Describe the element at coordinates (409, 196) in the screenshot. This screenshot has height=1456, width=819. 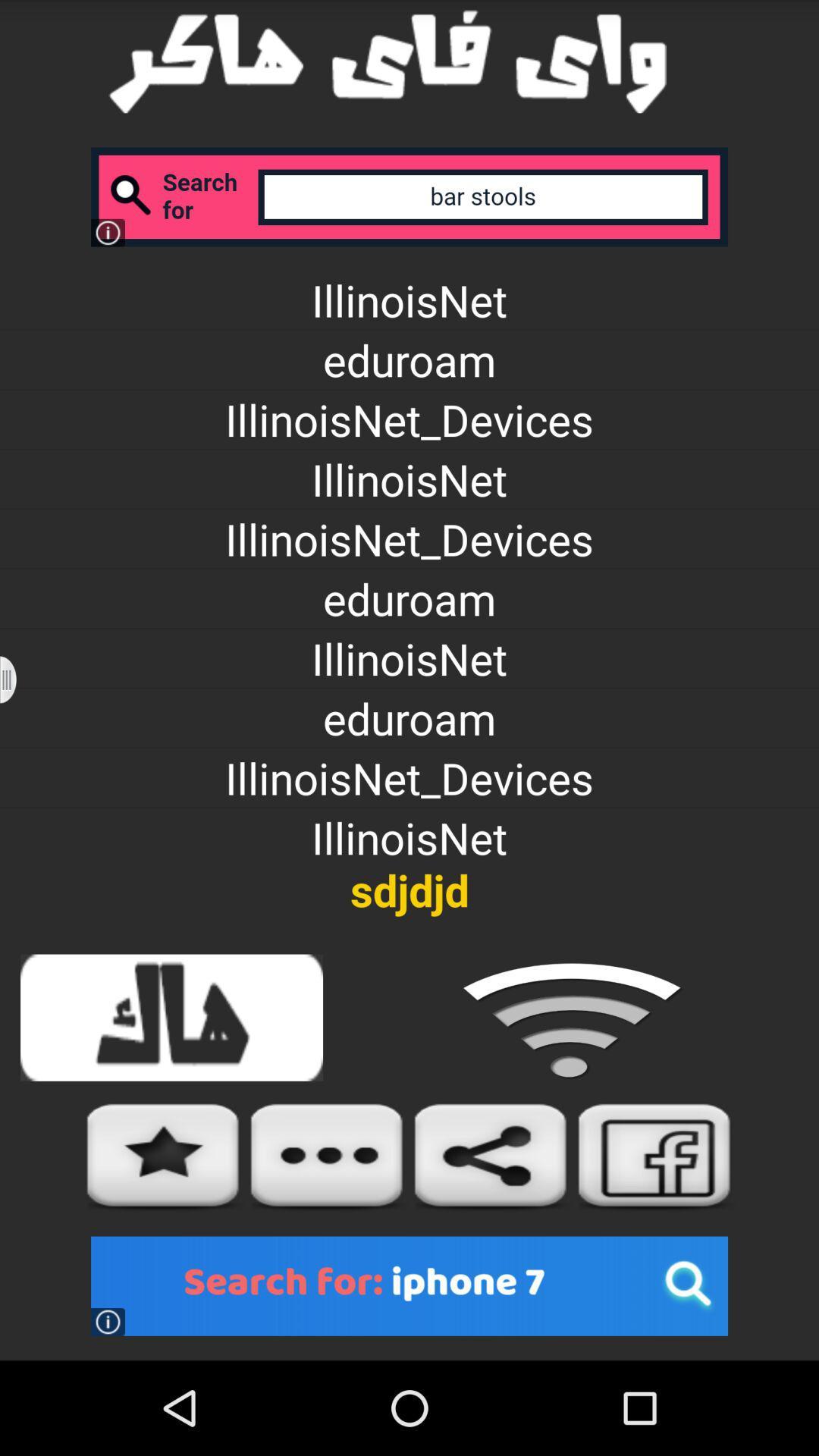
I see `search section` at that location.